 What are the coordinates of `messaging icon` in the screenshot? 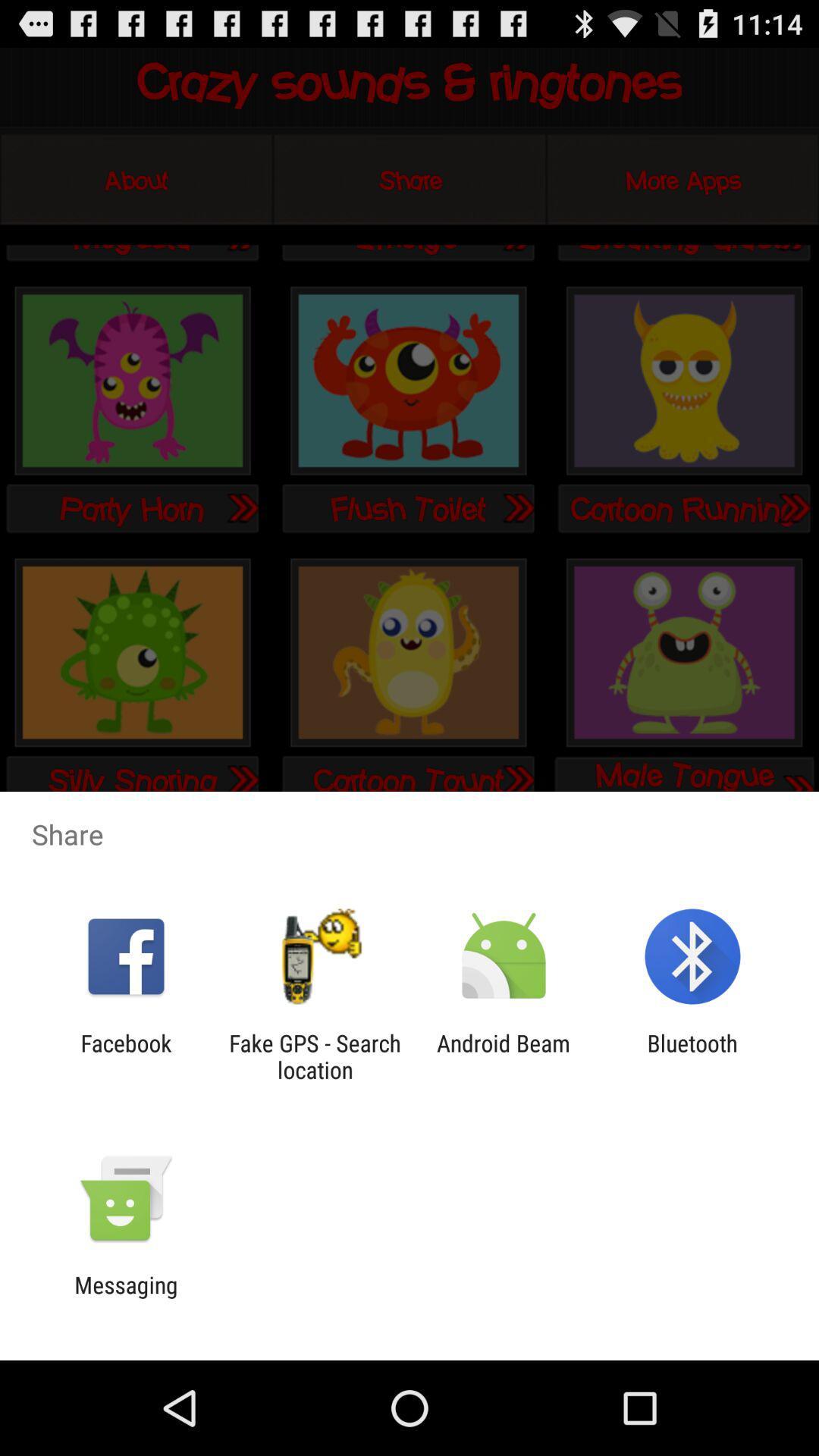 It's located at (125, 1298).